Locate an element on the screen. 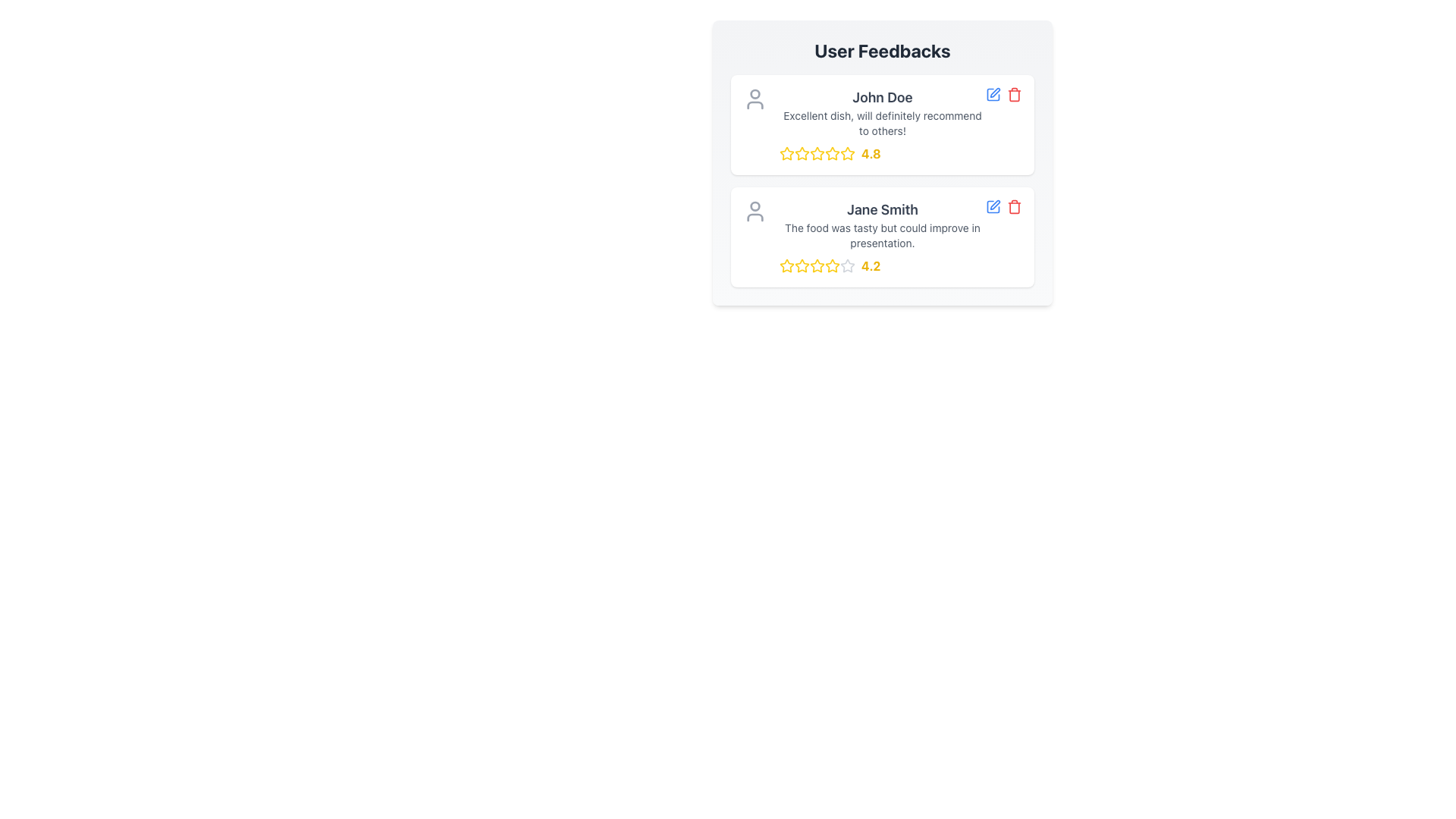 Image resolution: width=1456 pixels, height=819 pixels. rating value displayed in the bold yellow text label showing '4.2', which is part of the feedback detail section under 'Jane Smith' in the second user feedback card is located at coordinates (871, 265).